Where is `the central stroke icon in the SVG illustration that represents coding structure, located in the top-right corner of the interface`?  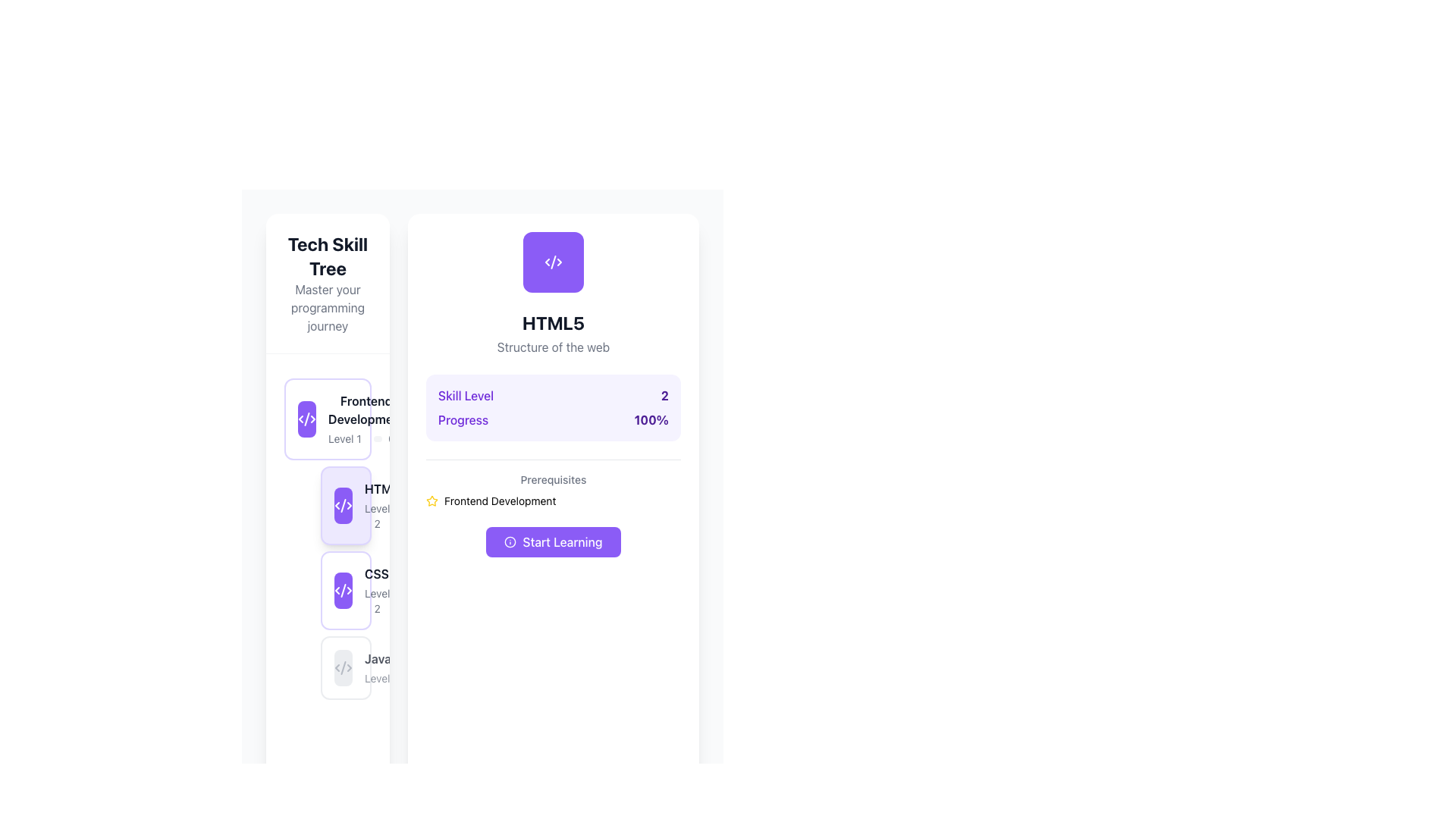
the central stroke icon in the SVG illustration that represents coding structure, located in the top-right corner of the interface is located at coordinates (552, 262).